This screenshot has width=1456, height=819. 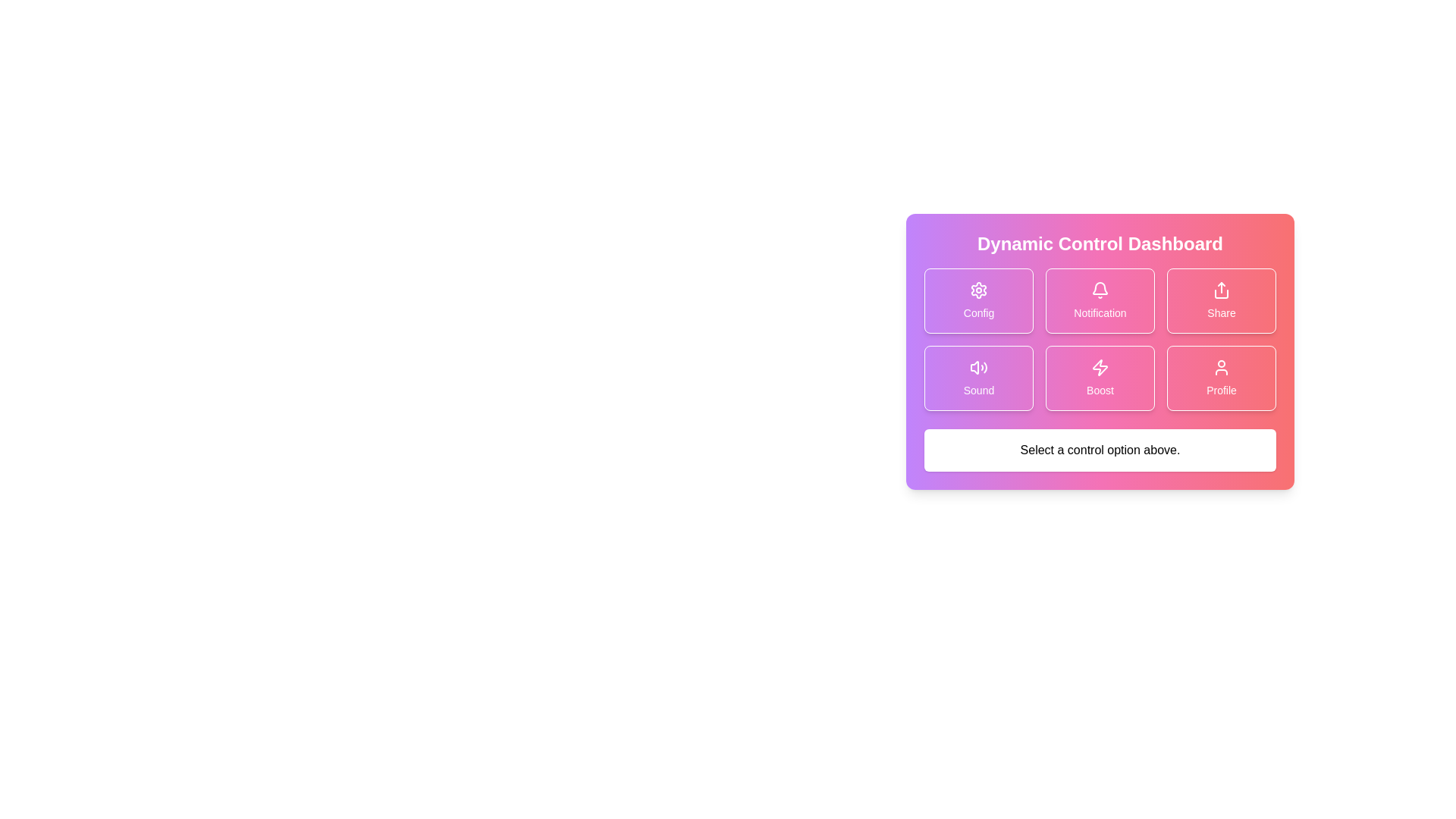 I want to click on the gear-shaped icon representing configuration settings, located at the top-left corner of the options grid, so click(x=979, y=290).